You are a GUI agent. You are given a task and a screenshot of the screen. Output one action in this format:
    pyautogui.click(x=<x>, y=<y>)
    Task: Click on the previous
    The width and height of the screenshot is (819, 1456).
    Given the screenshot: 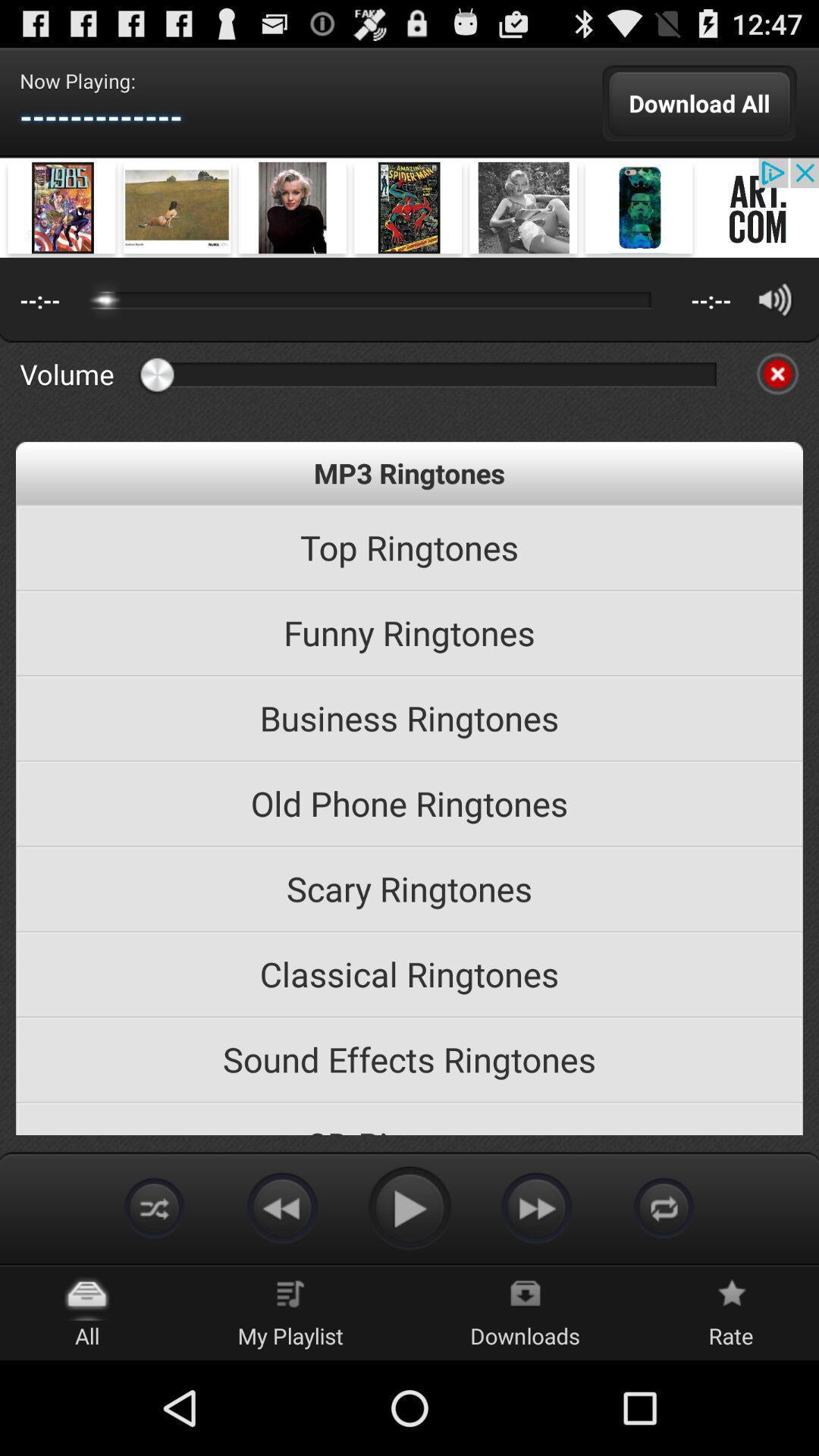 What is the action you would take?
    pyautogui.click(x=281, y=1207)
    